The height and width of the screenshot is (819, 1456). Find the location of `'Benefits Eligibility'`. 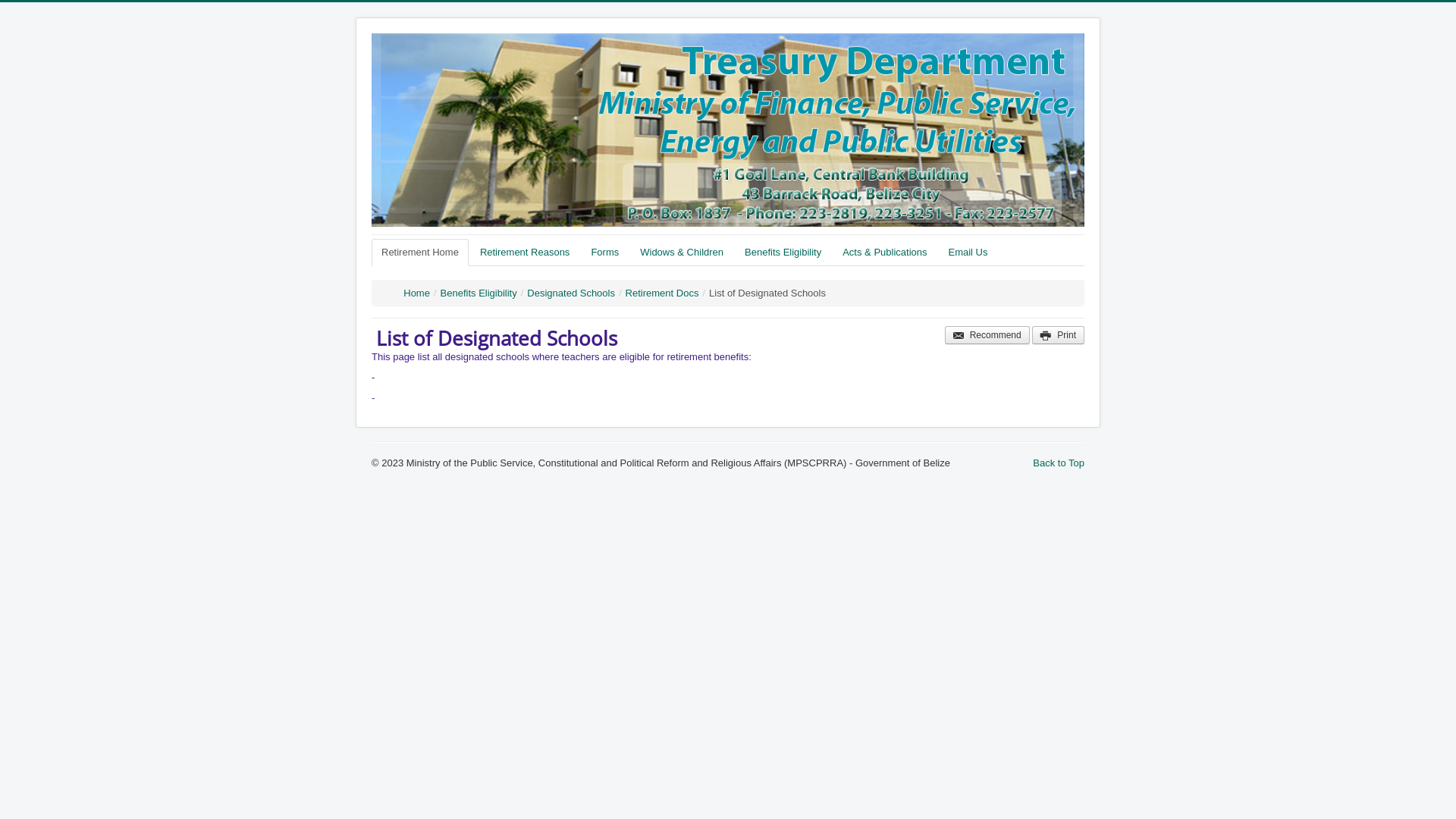

'Benefits Eligibility' is located at coordinates (478, 293).